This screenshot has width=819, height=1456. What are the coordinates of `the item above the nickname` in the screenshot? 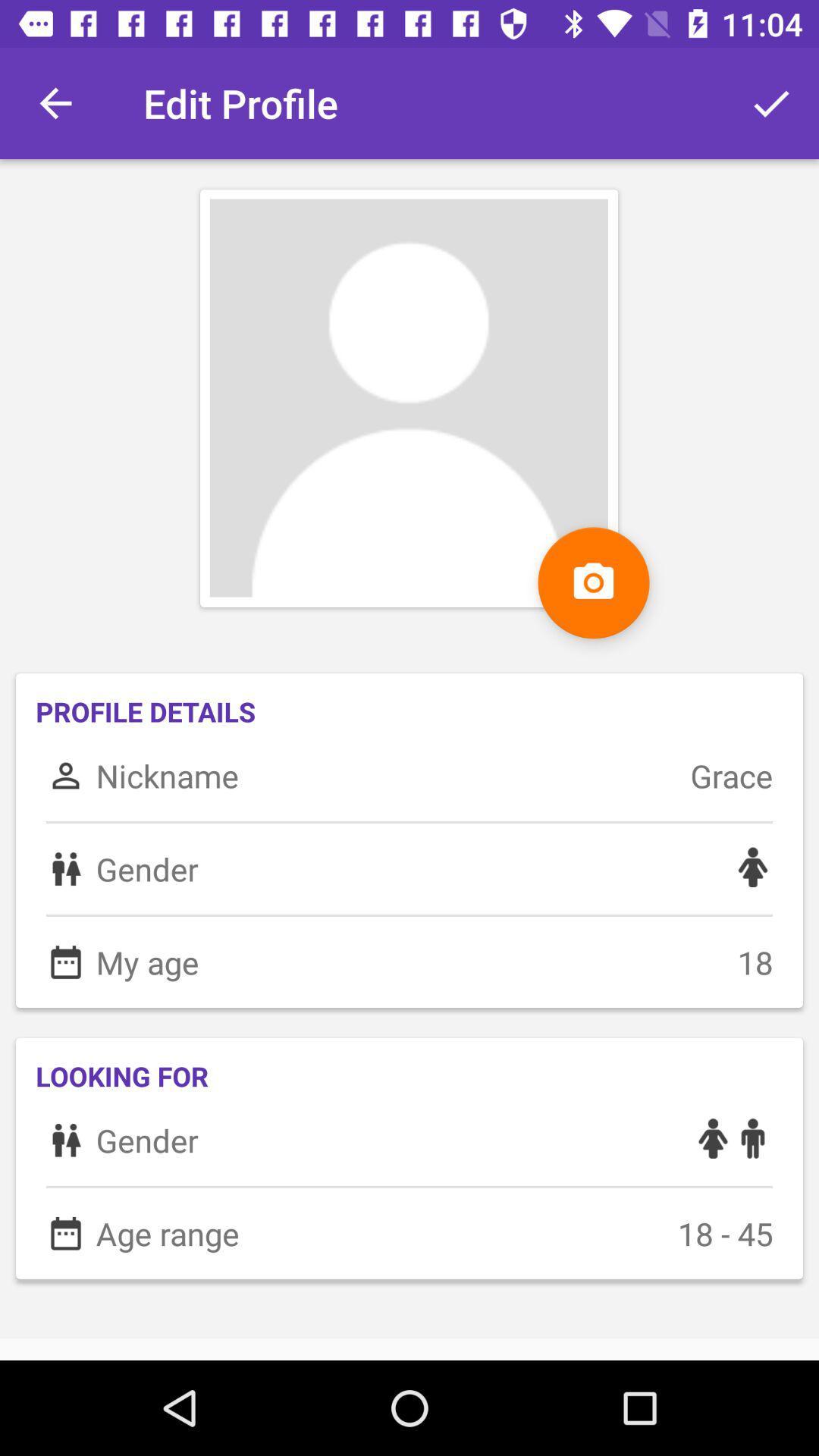 It's located at (593, 582).